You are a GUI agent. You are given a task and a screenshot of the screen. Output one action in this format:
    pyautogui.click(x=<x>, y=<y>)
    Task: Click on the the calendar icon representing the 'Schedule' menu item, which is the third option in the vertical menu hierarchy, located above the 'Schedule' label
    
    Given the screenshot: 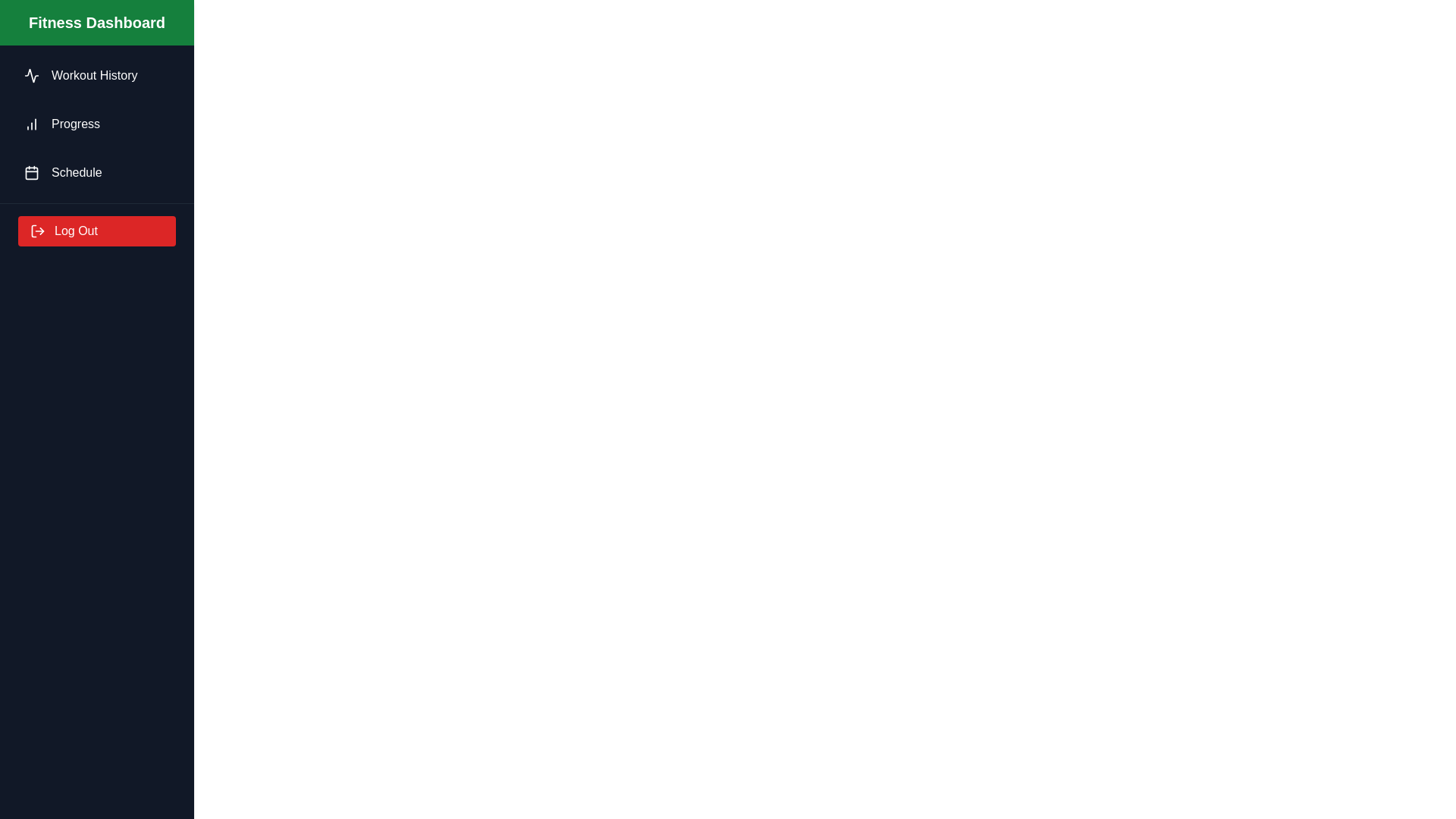 What is the action you would take?
    pyautogui.click(x=32, y=171)
    